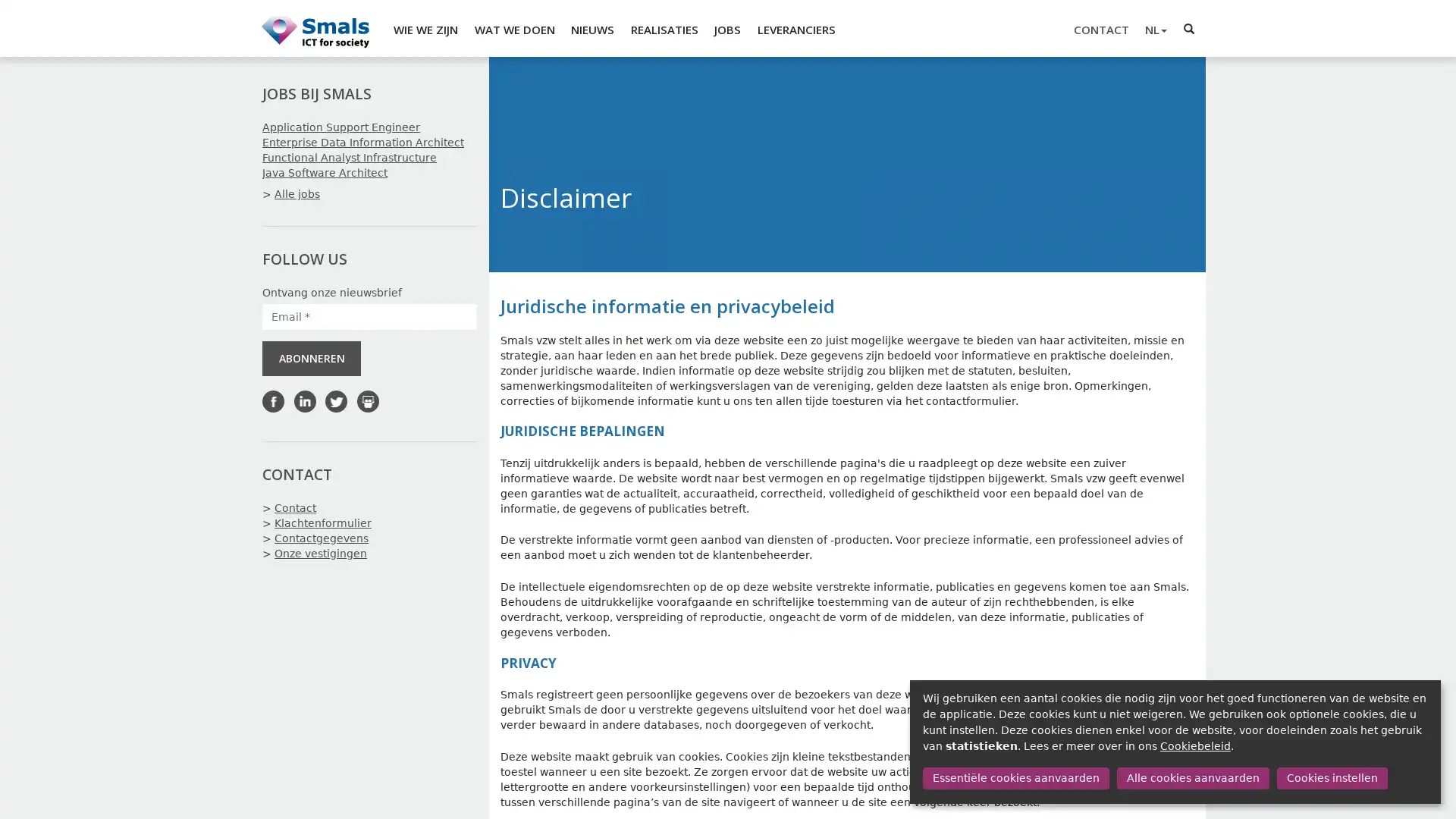  I want to click on Essentiele cookies aanvaarden, so click(1015, 778).